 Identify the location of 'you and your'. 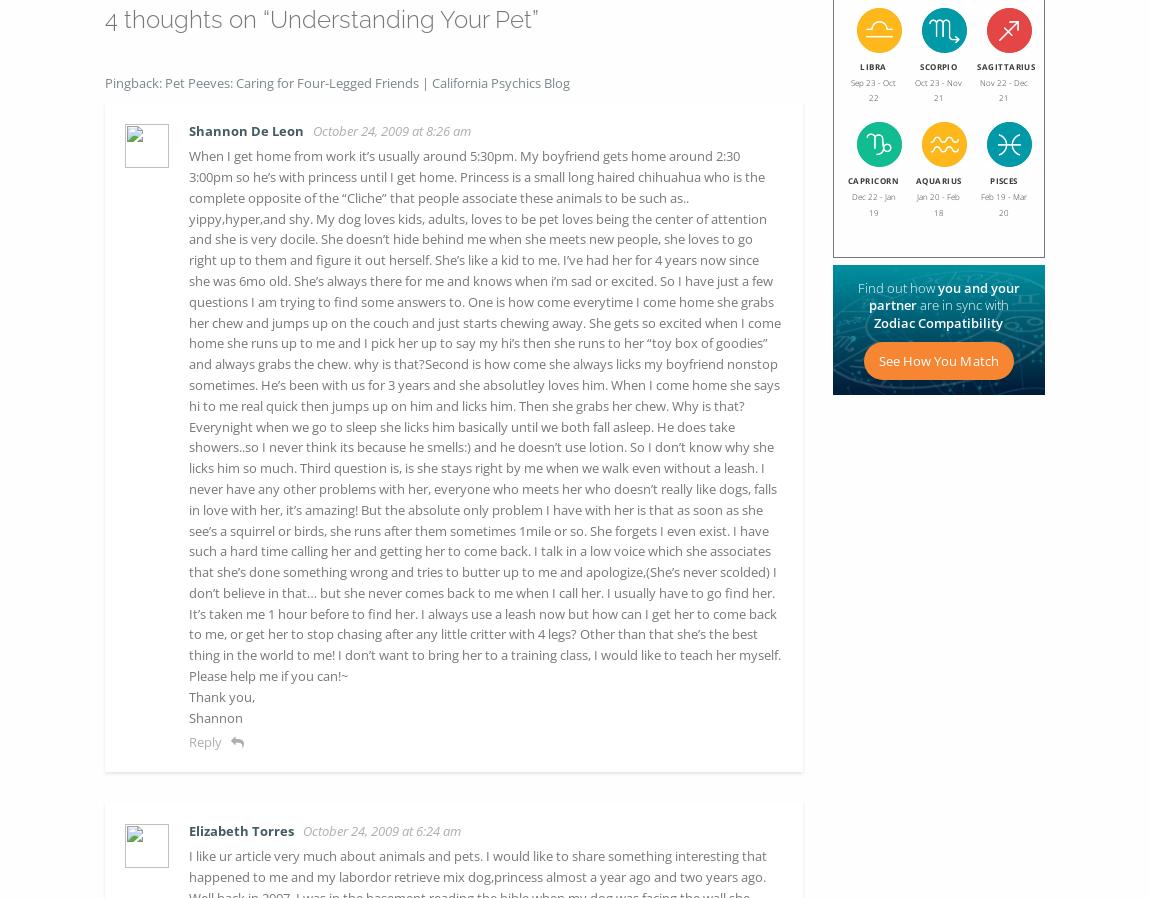
(977, 287).